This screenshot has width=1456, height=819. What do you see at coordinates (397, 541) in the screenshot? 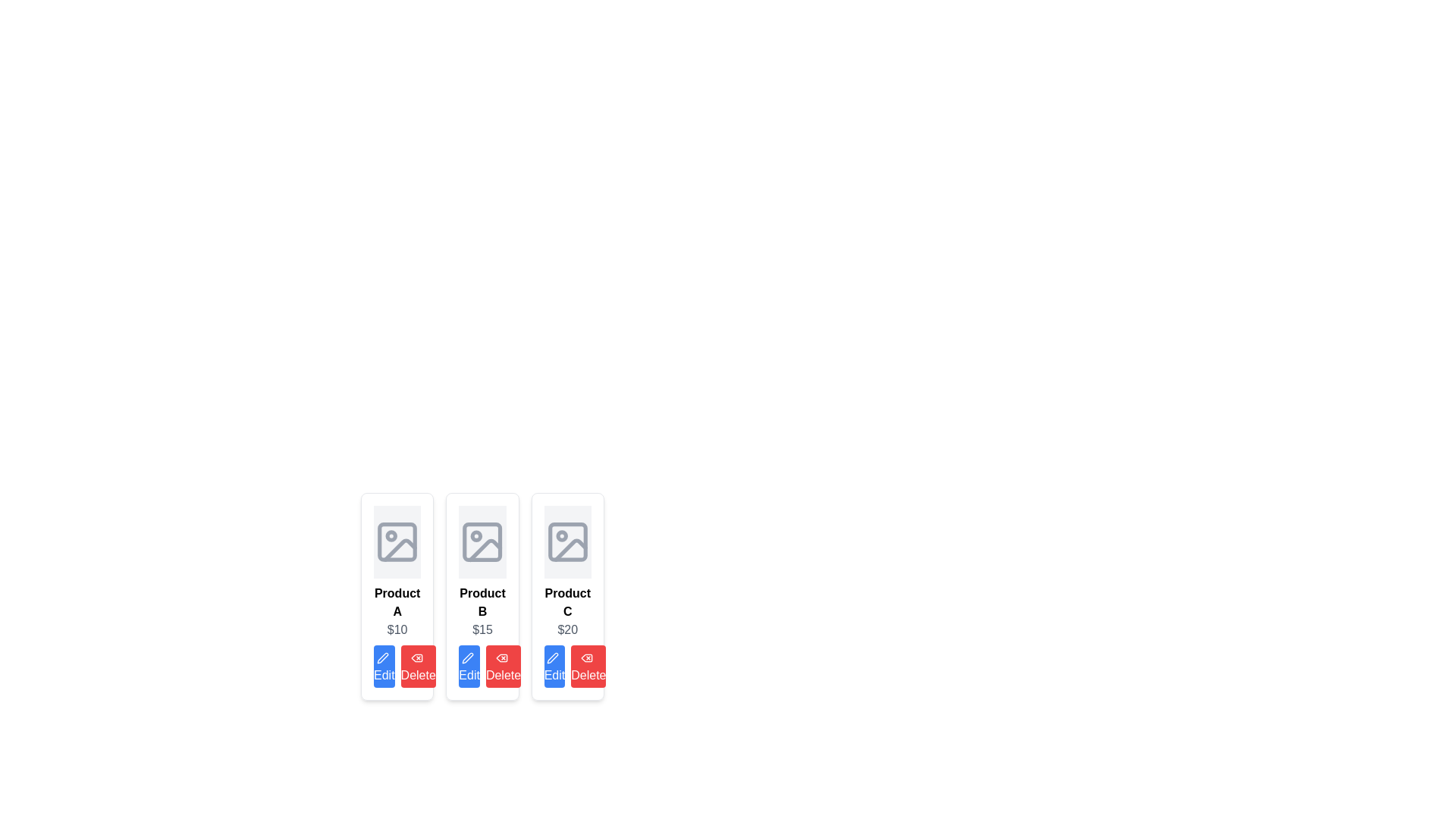
I see `the image placeholder with rounded corners, which is the leftmost rectangle in a row of three, located above the descriptive text 'Product A'` at bounding box center [397, 541].